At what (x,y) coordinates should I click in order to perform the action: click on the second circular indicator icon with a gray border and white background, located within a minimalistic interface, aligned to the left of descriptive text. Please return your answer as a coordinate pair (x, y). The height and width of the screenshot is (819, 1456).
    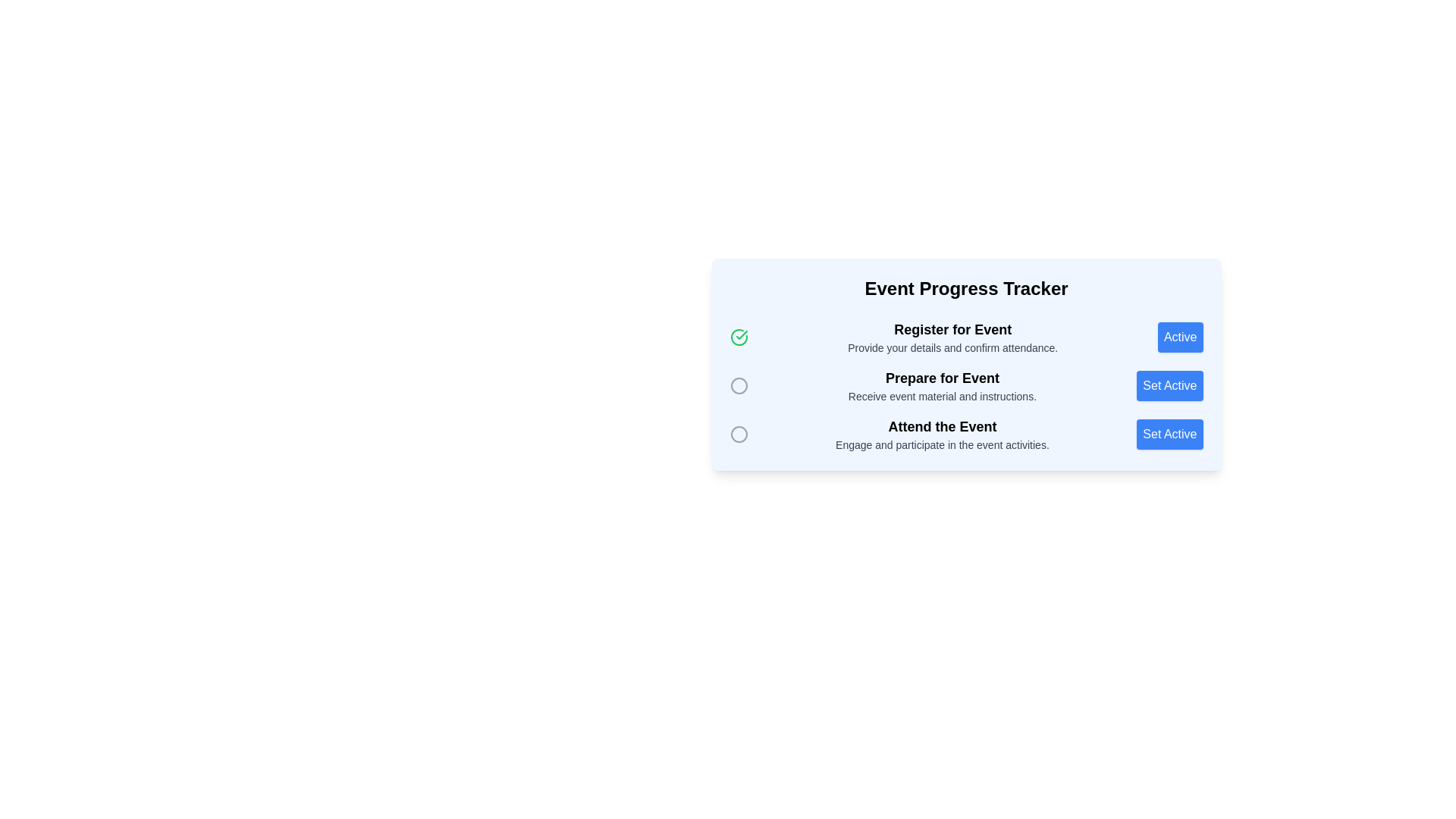
    Looking at the image, I should click on (739, 435).